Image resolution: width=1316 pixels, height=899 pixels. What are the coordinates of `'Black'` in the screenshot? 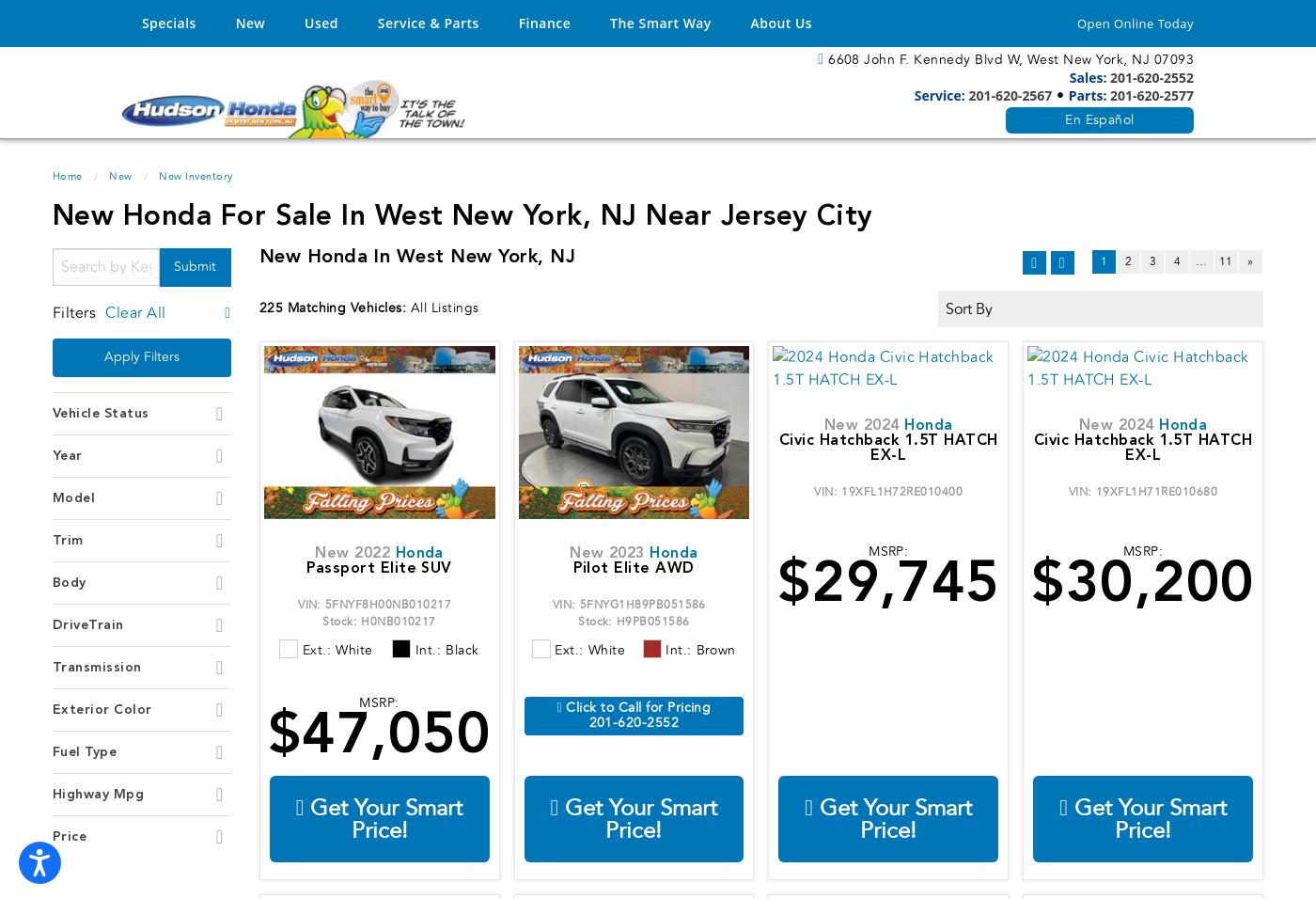 It's located at (462, 650).